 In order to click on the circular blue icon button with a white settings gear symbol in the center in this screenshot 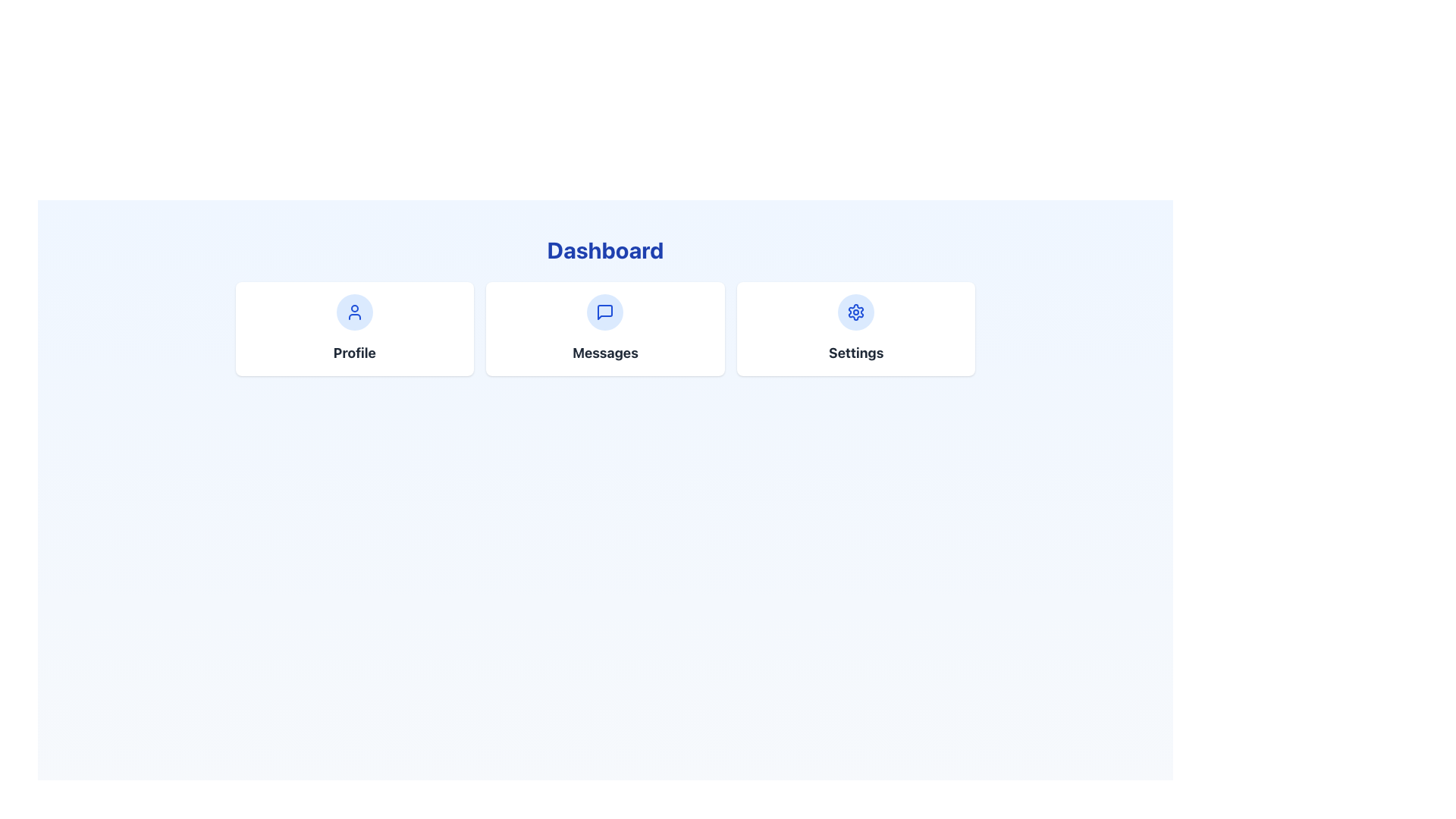, I will do `click(856, 312)`.